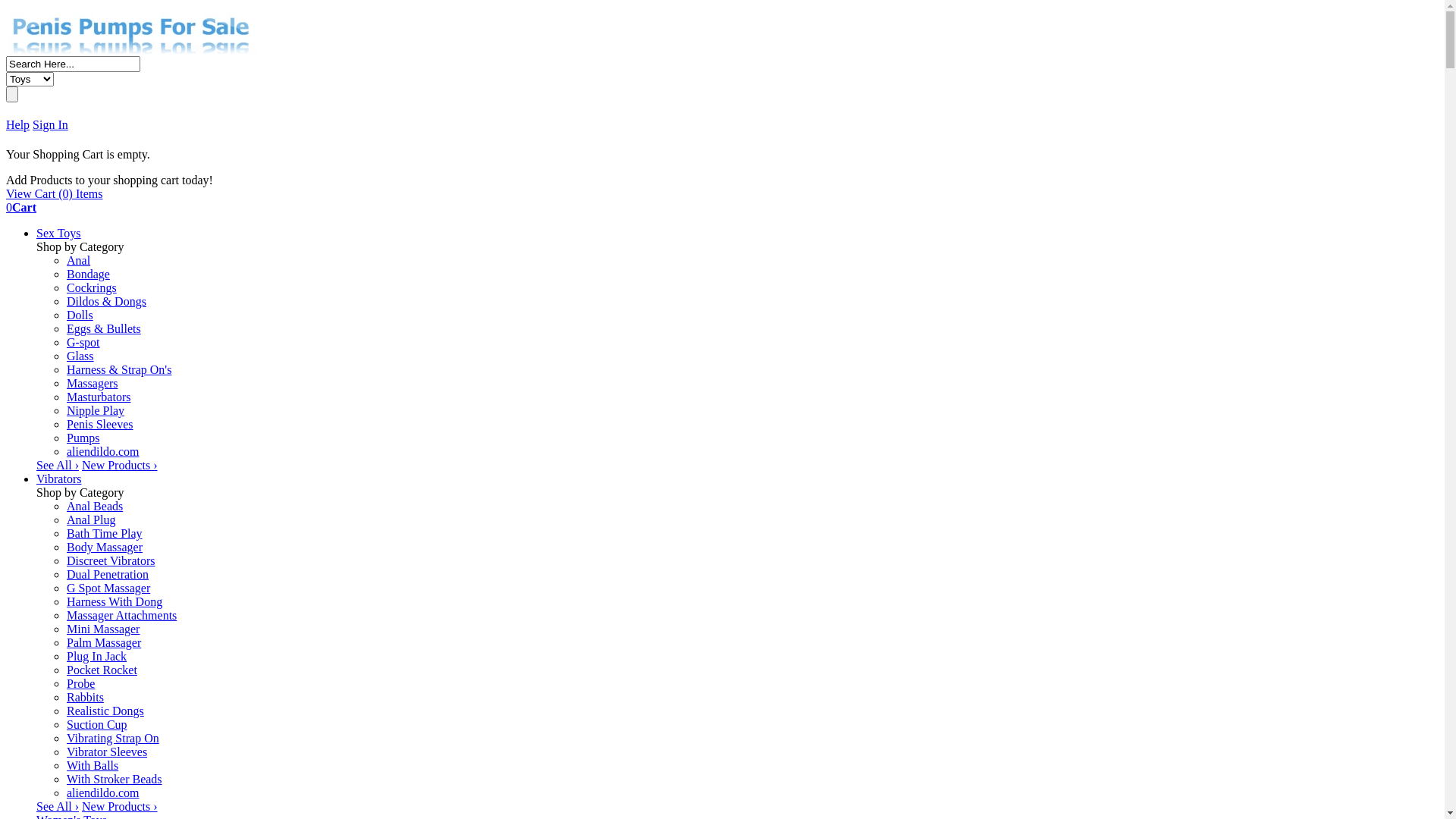 This screenshot has width=1456, height=819. Describe the element at coordinates (79, 314) in the screenshot. I see `'Dolls'` at that location.